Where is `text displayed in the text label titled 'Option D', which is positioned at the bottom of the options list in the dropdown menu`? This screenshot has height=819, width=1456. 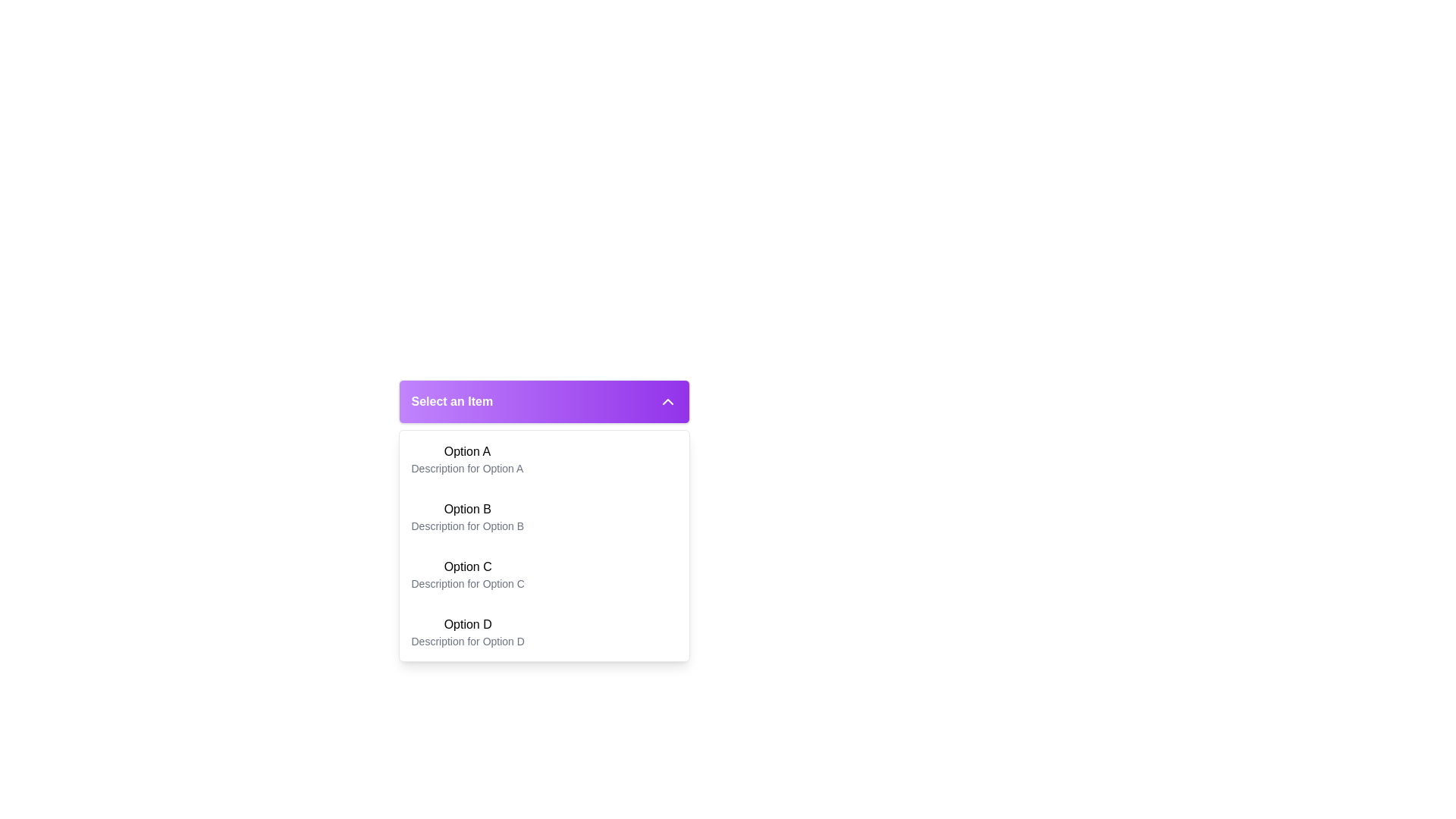 text displayed in the text label titled 'Option D', which is positioned at the bottom of the options list in the dropdown menu is located at coordinates (467, 625).